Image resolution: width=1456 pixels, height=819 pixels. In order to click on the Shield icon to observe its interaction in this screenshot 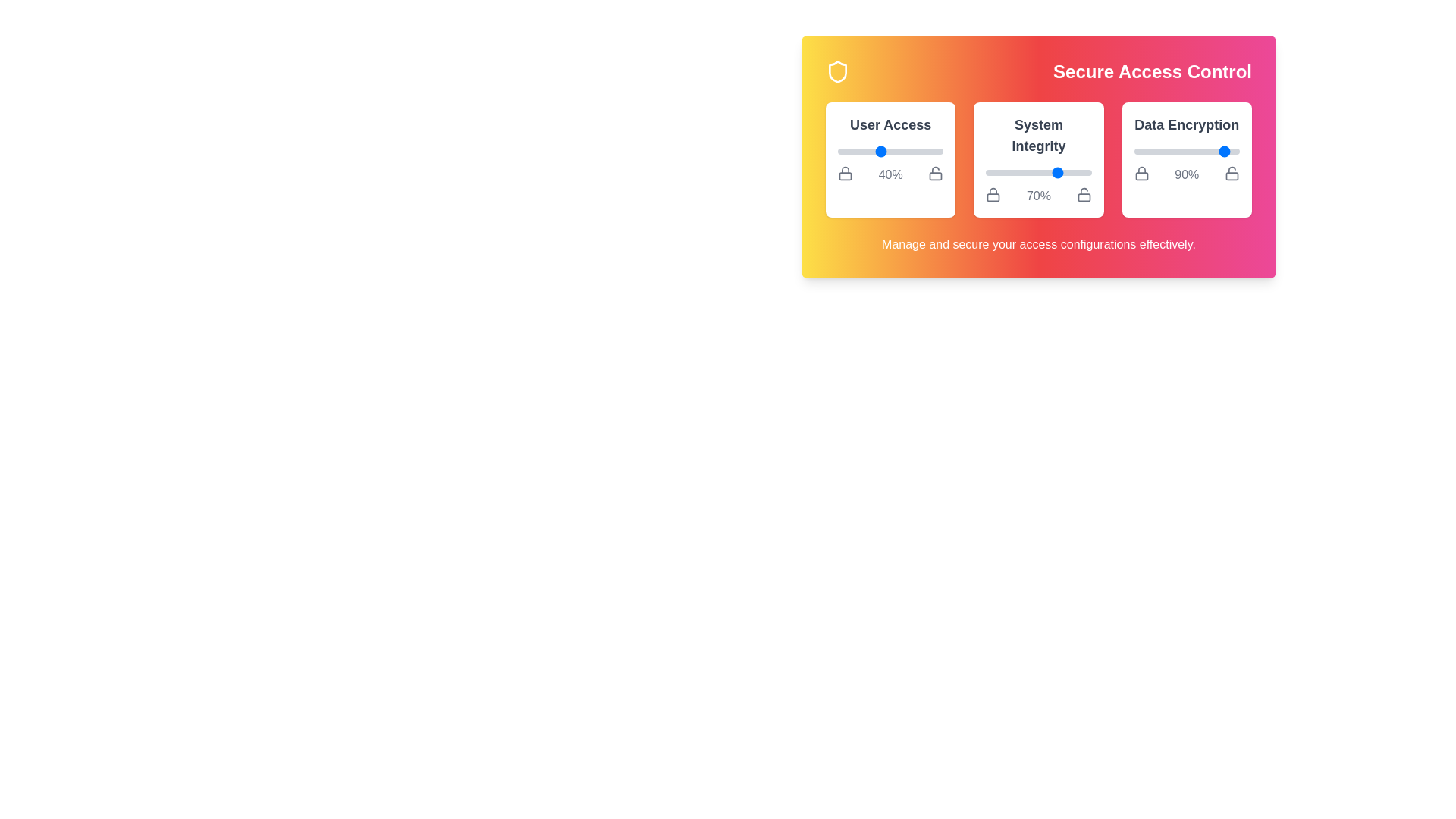, I will do `click(836, 72)`.